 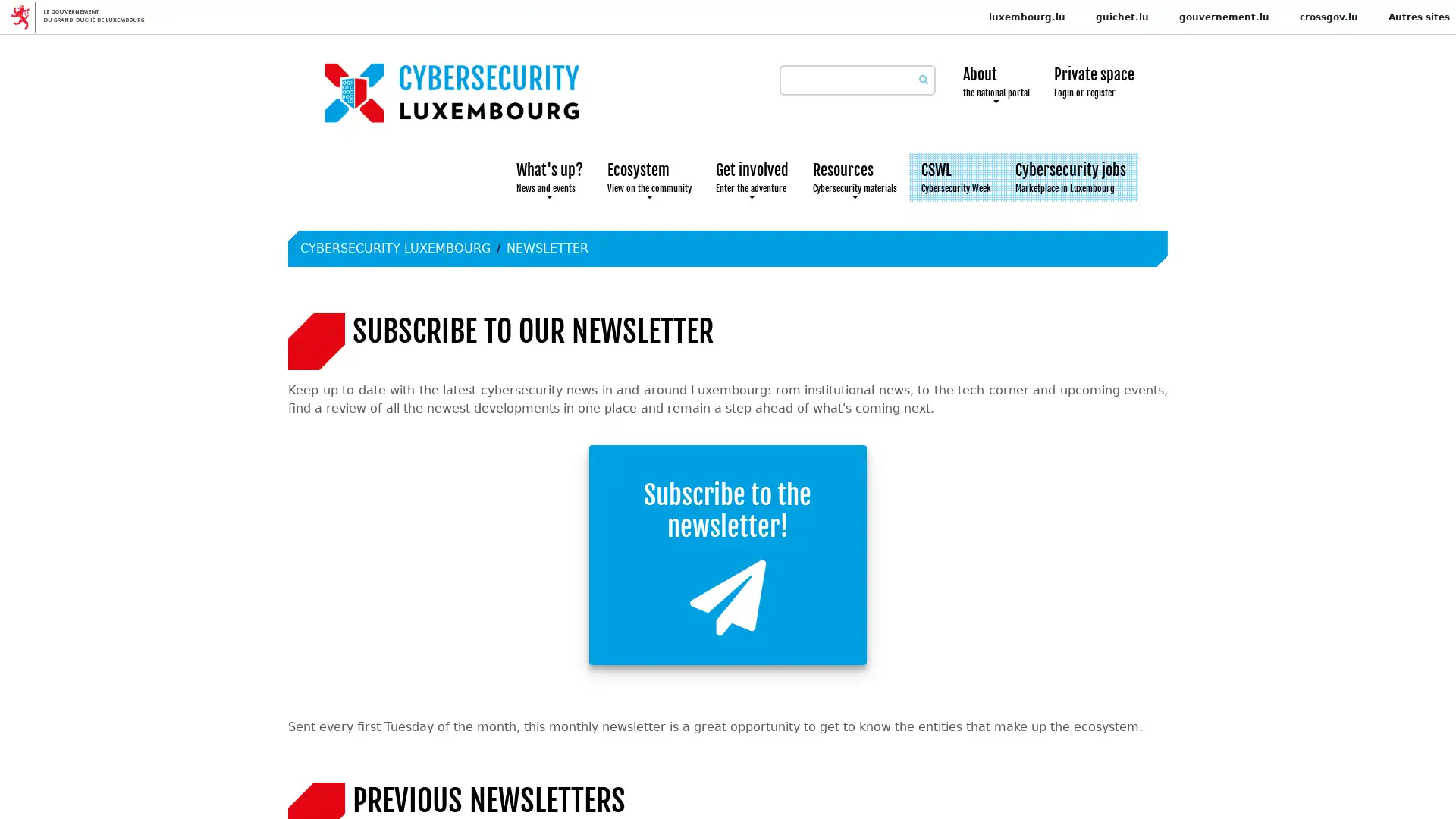 I want to click on CSWL Cybersecurity Week, so click(x=955, y=177).